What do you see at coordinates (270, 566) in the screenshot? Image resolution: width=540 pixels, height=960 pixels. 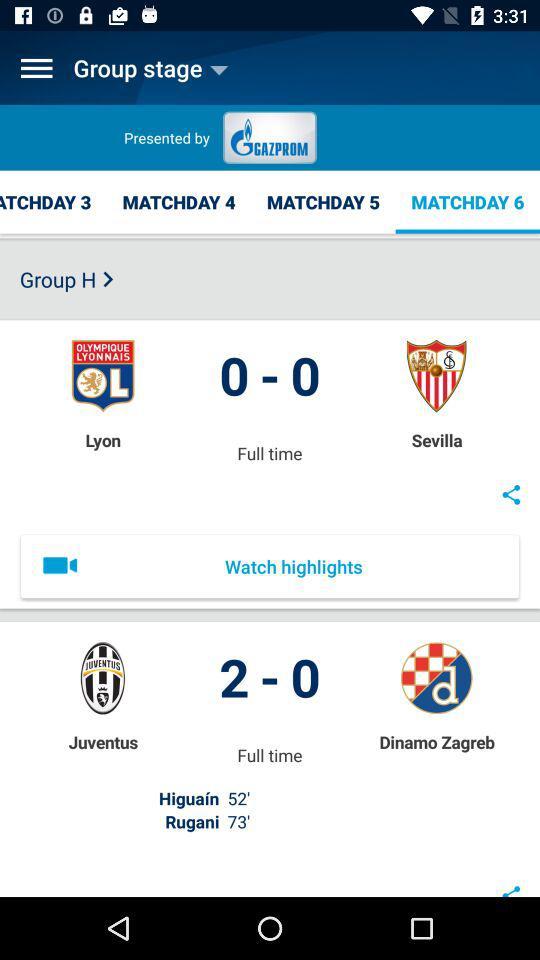 I see `watch highlights item` at bounding box center [270, 566].